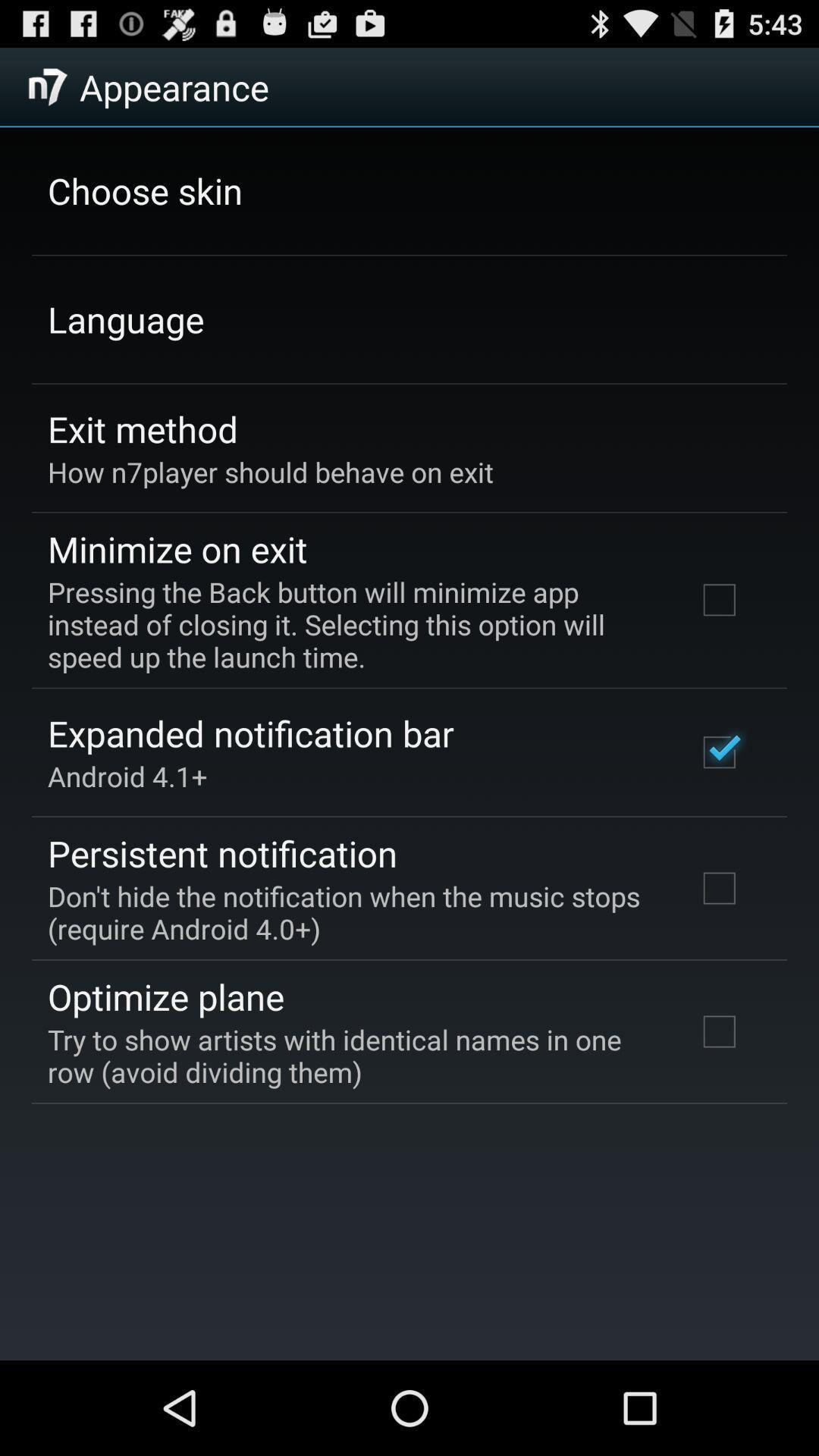  I want to click on the how n7player should app, so click(270, 471).